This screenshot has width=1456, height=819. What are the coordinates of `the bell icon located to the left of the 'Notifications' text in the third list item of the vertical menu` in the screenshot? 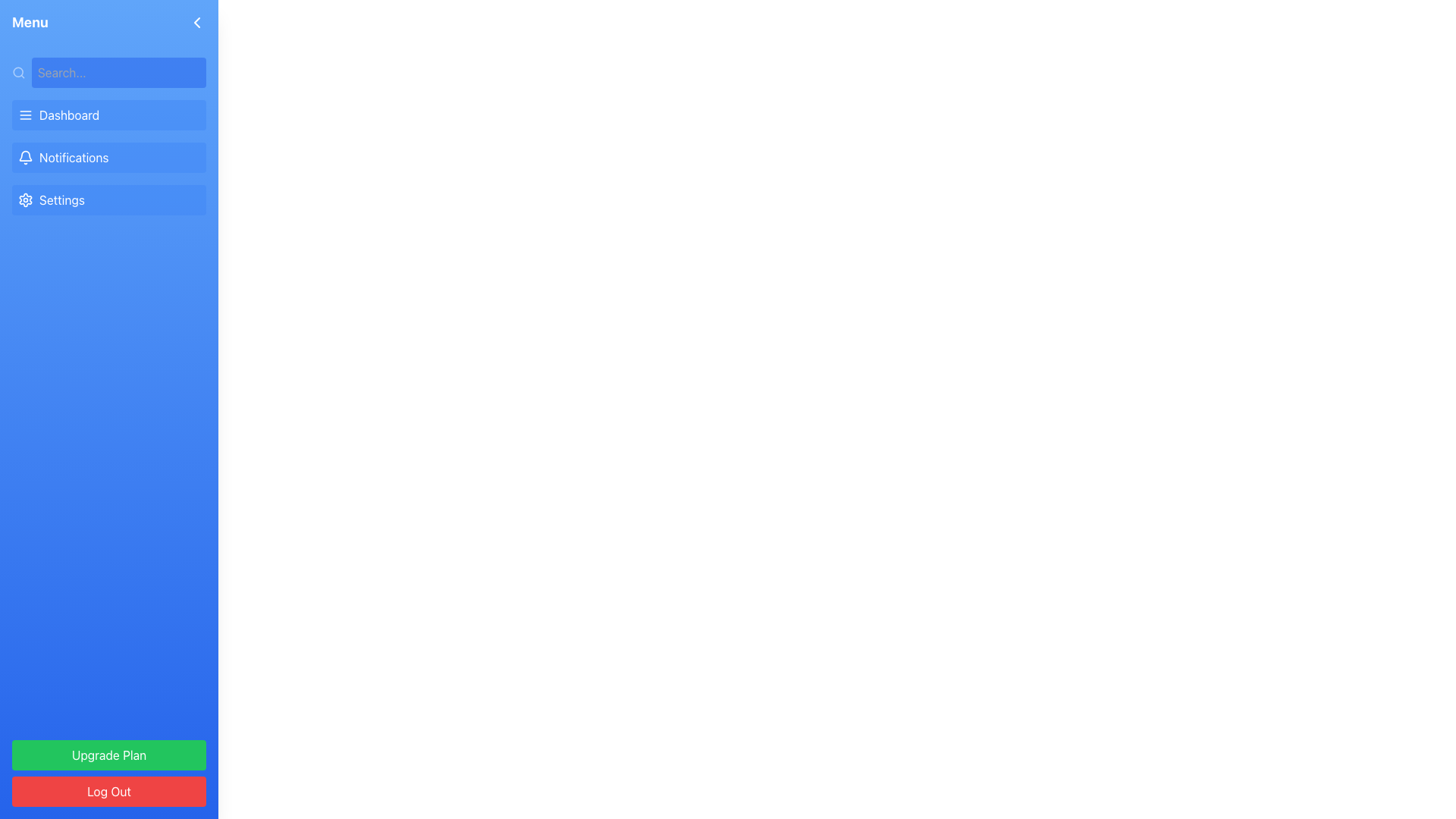 It's located at (25, 158).